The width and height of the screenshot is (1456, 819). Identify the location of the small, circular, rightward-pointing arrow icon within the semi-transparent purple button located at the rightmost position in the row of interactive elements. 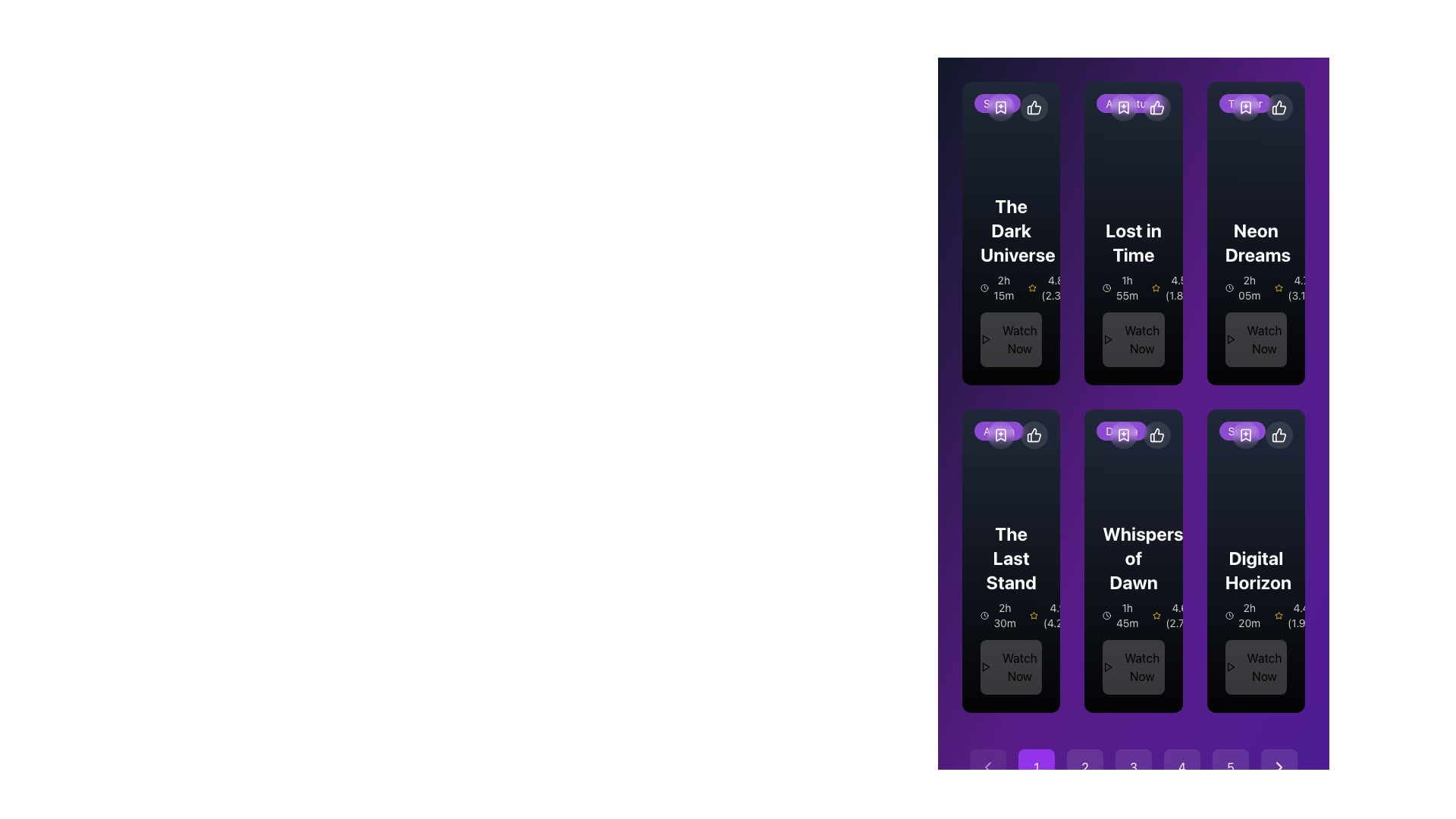
(1278, 767).